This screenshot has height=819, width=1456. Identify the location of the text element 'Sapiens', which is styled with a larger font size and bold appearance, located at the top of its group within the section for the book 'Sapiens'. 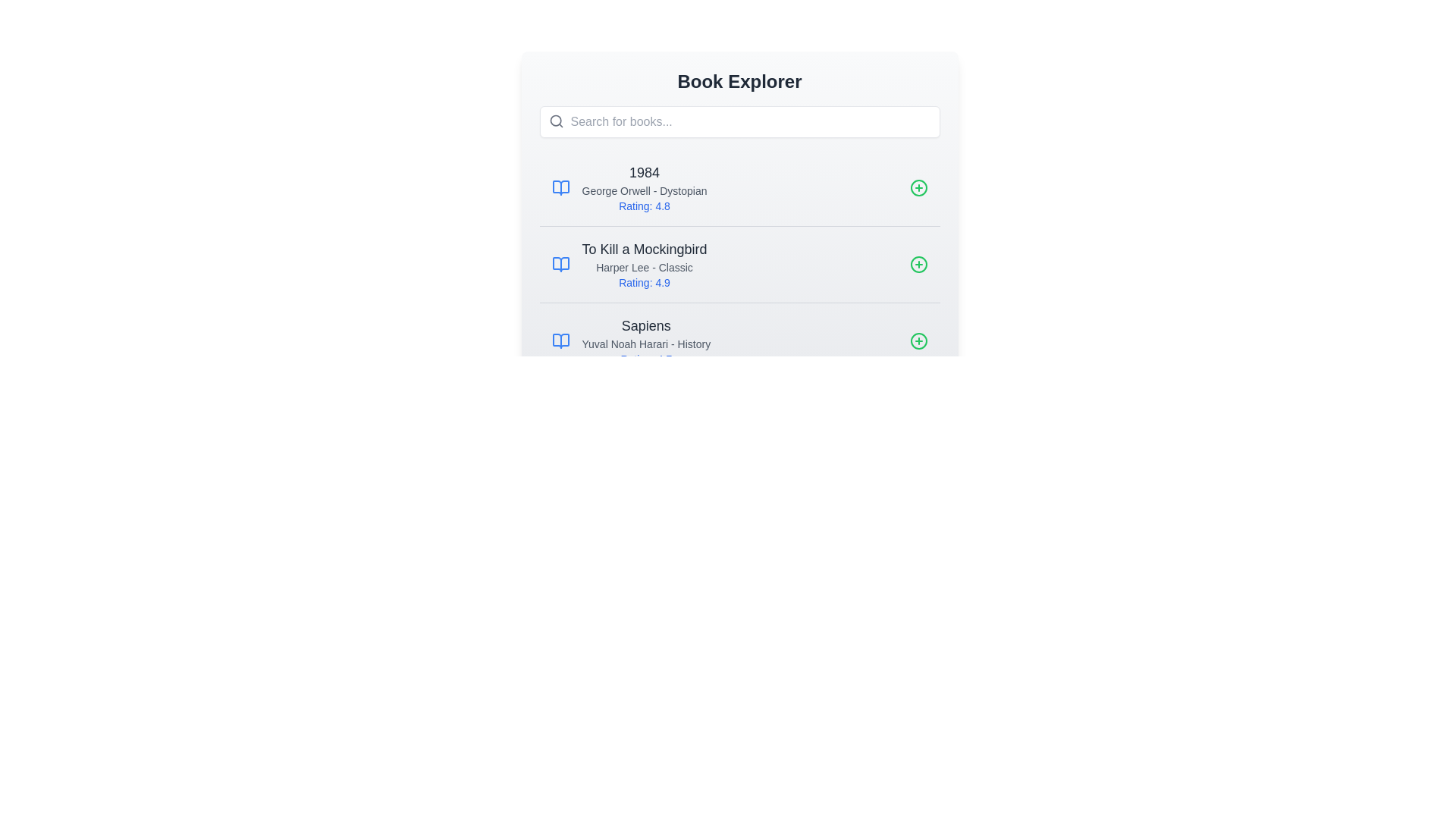
(646, 325).